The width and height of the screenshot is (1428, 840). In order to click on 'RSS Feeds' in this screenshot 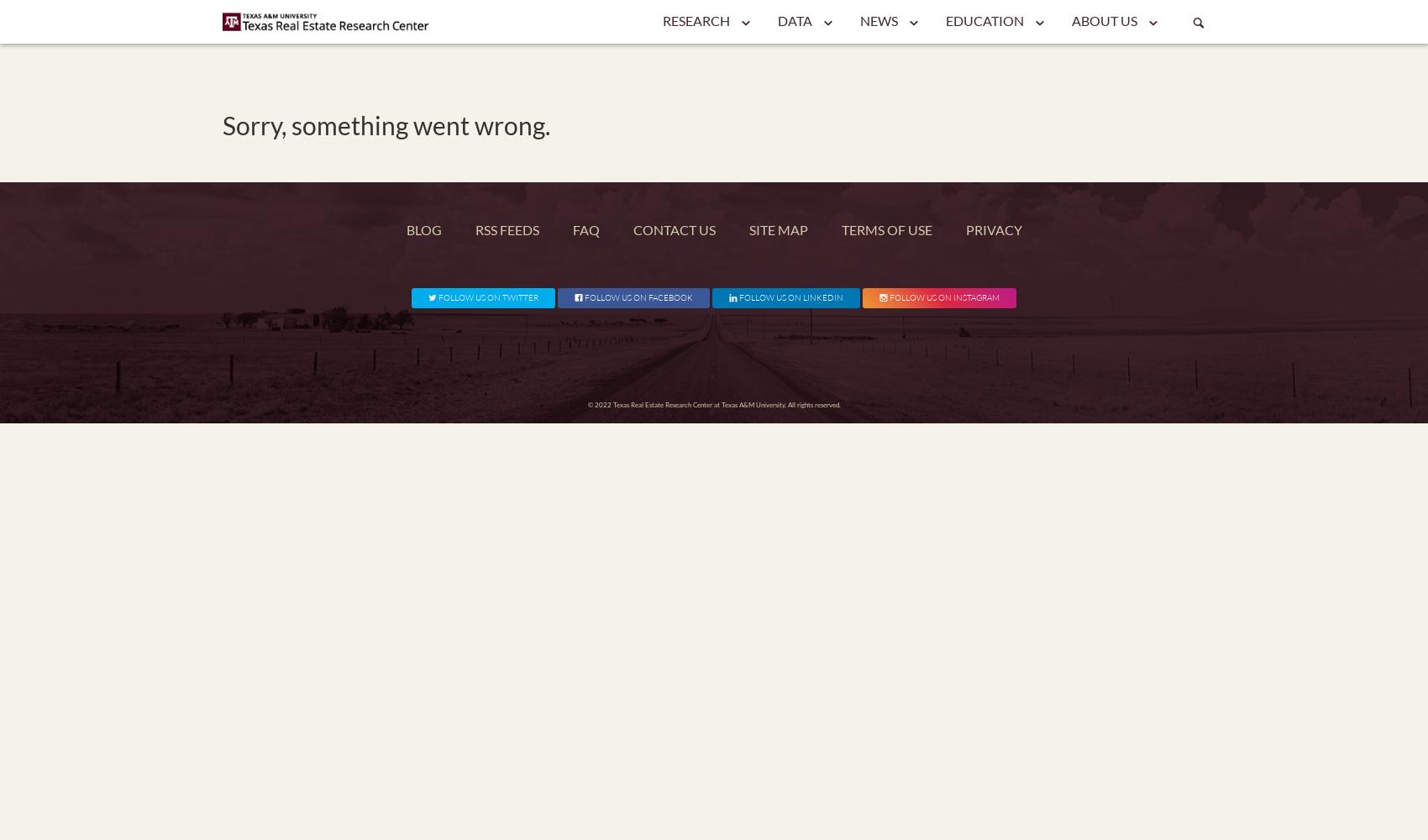, I will do `click(505, 229)`.